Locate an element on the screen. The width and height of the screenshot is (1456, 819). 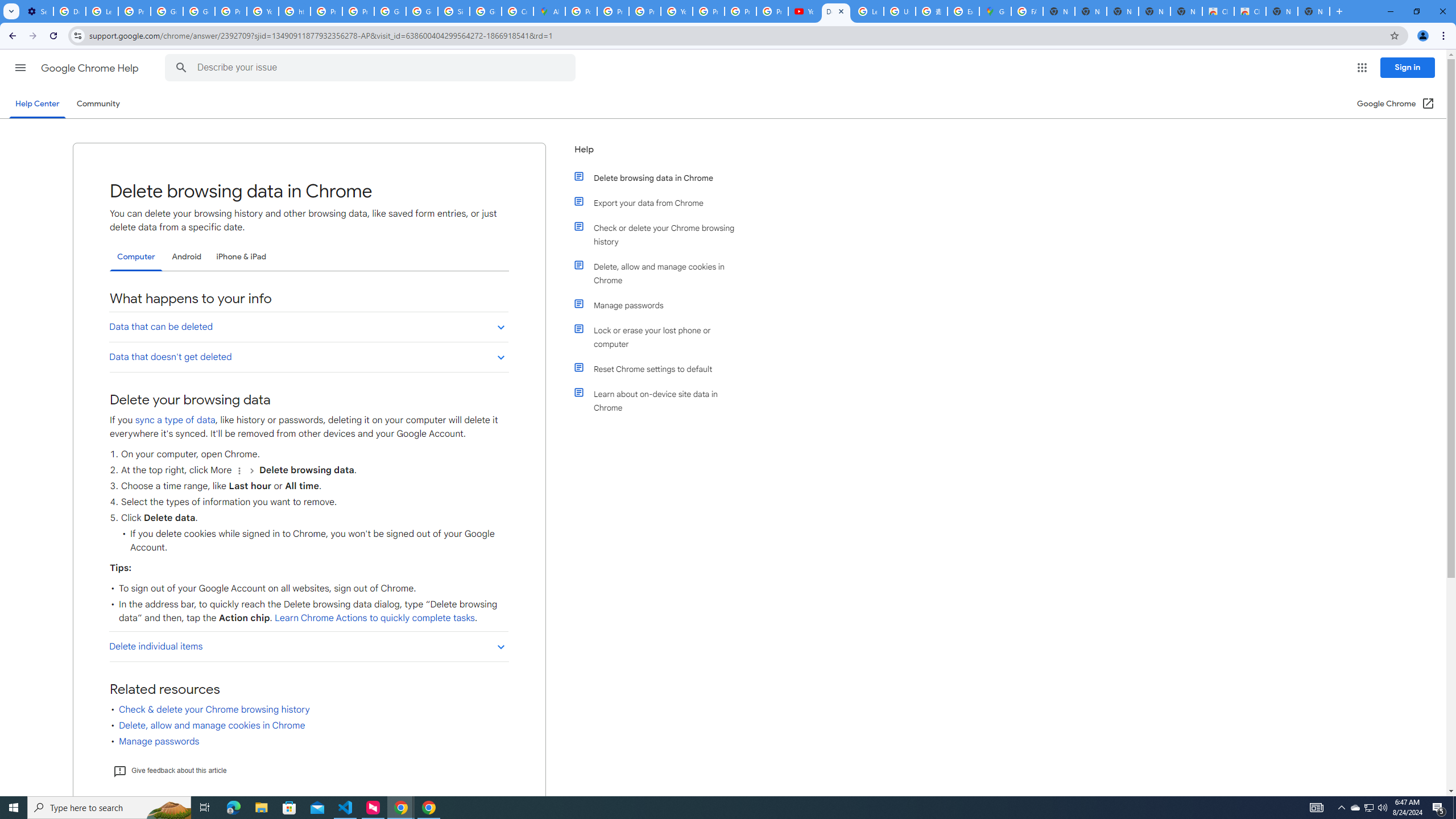
'Android' is located at coordinates (186, 257).